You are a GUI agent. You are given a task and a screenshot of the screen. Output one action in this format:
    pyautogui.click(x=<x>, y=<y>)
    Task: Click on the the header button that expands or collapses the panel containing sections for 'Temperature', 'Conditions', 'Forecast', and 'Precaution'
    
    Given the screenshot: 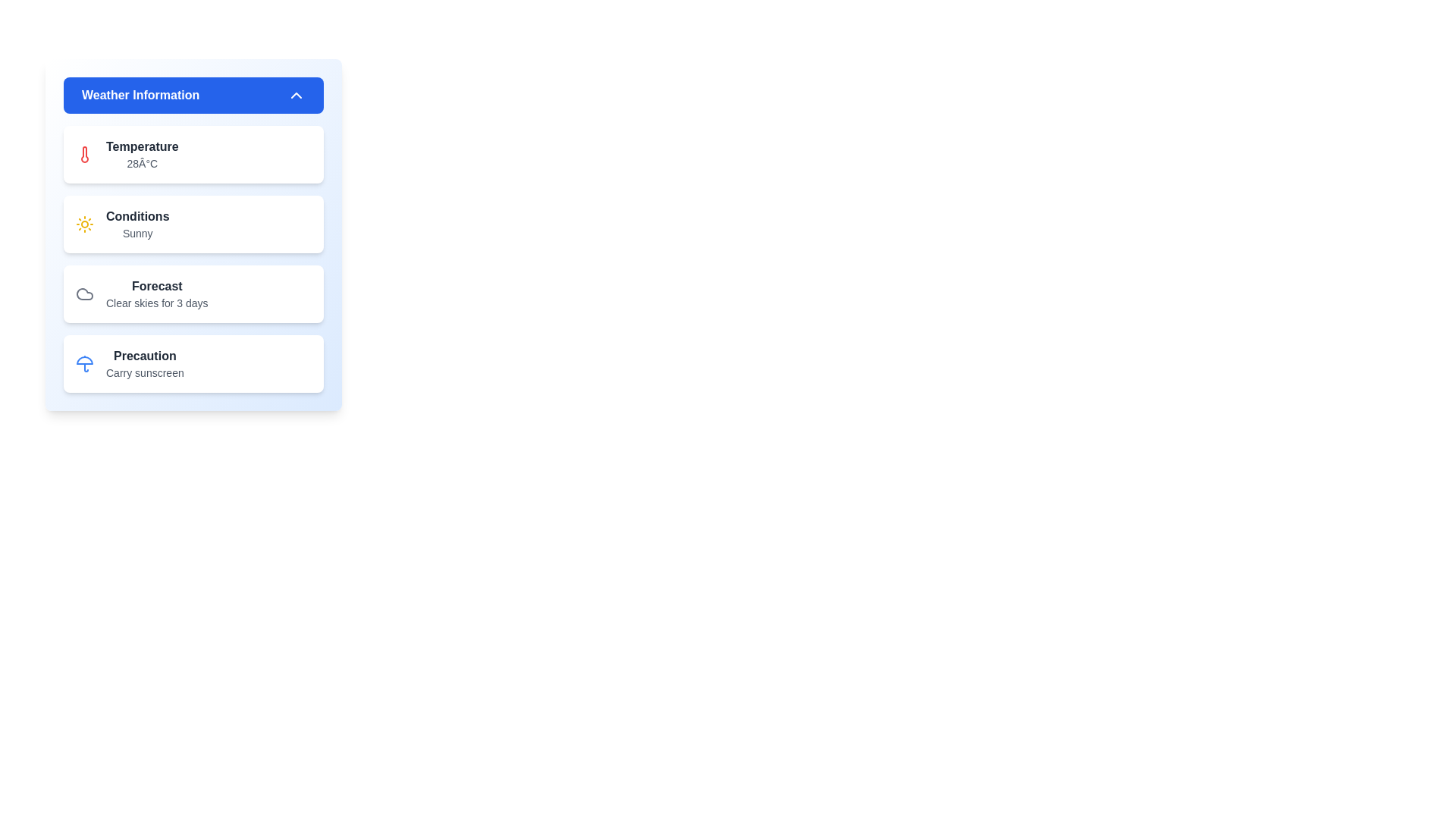 What is the action you would take?
    pyautogui.click(x=193, y=96)
    